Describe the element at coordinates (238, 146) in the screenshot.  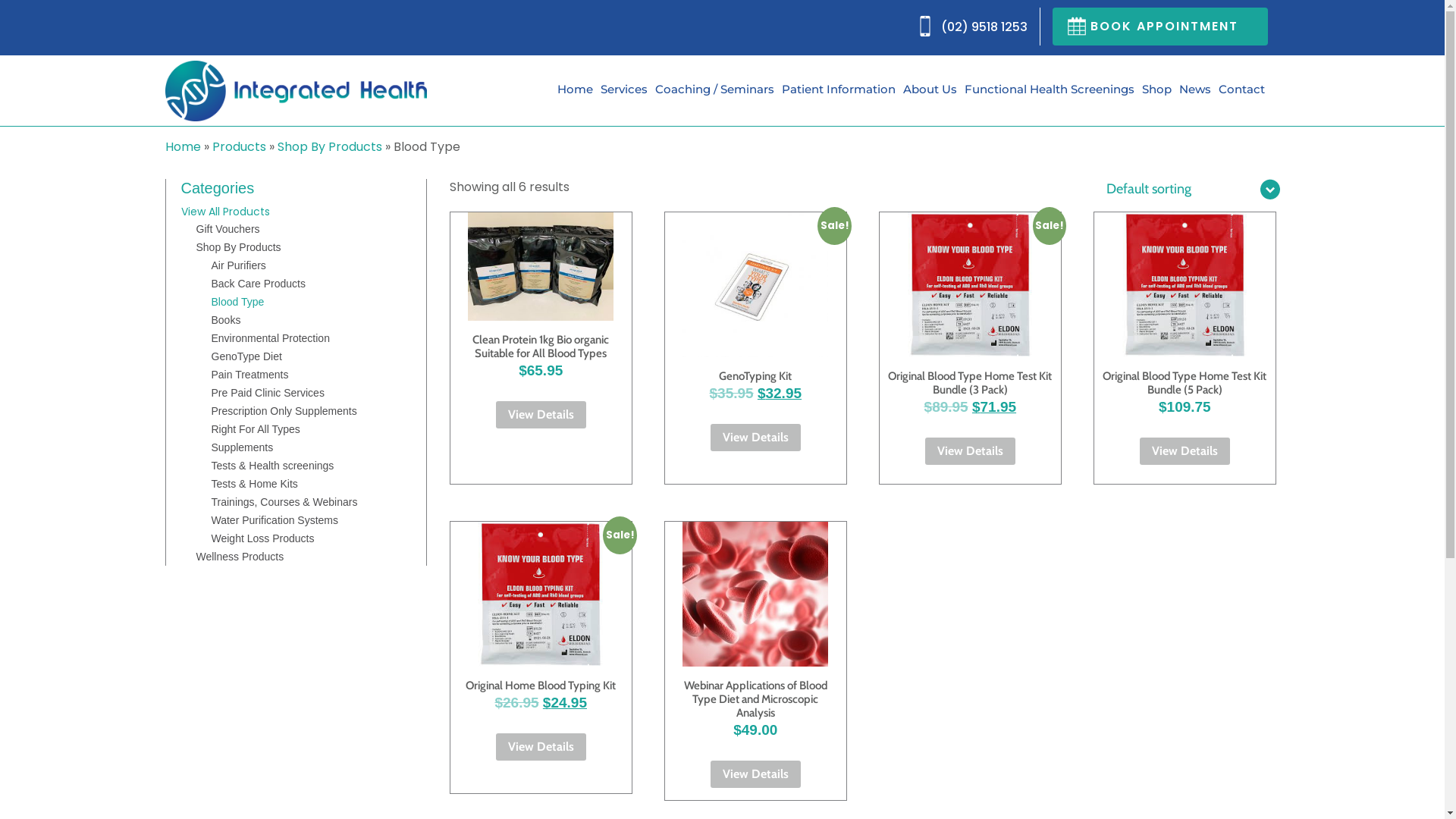
I see `'Products'` at that location.